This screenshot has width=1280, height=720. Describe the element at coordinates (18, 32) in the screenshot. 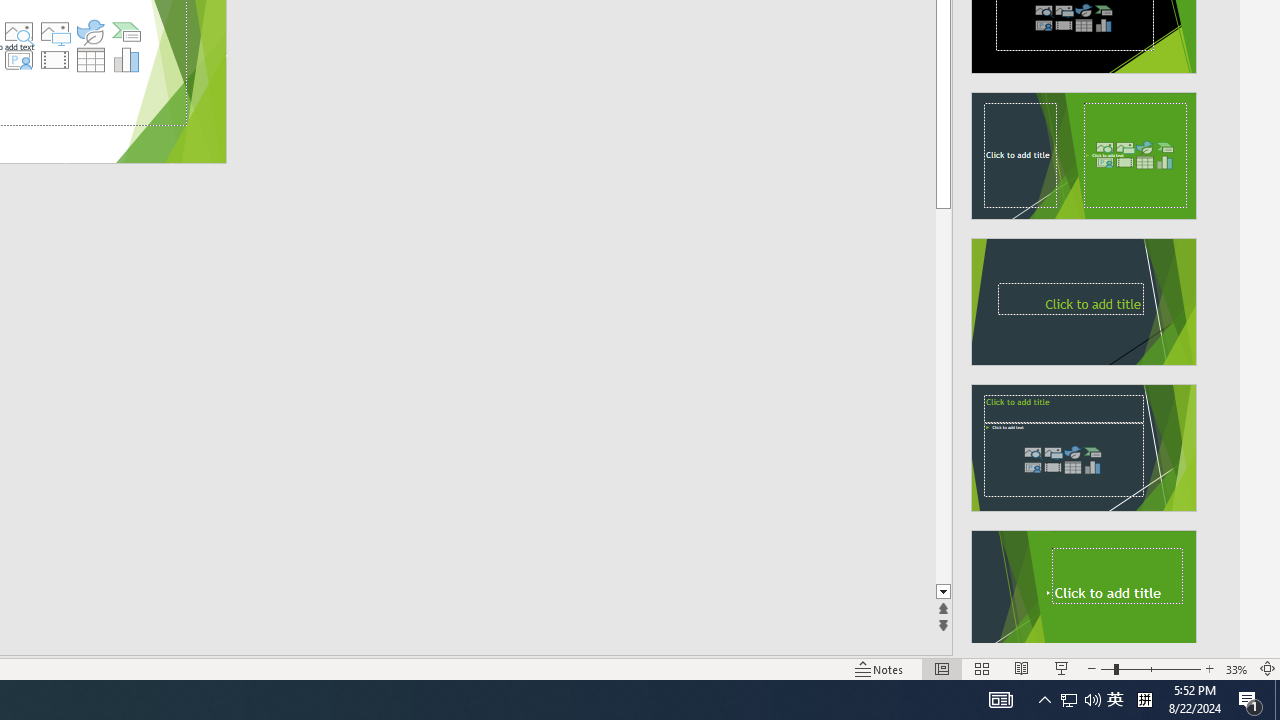

I see `'Stock Images'` at that location.